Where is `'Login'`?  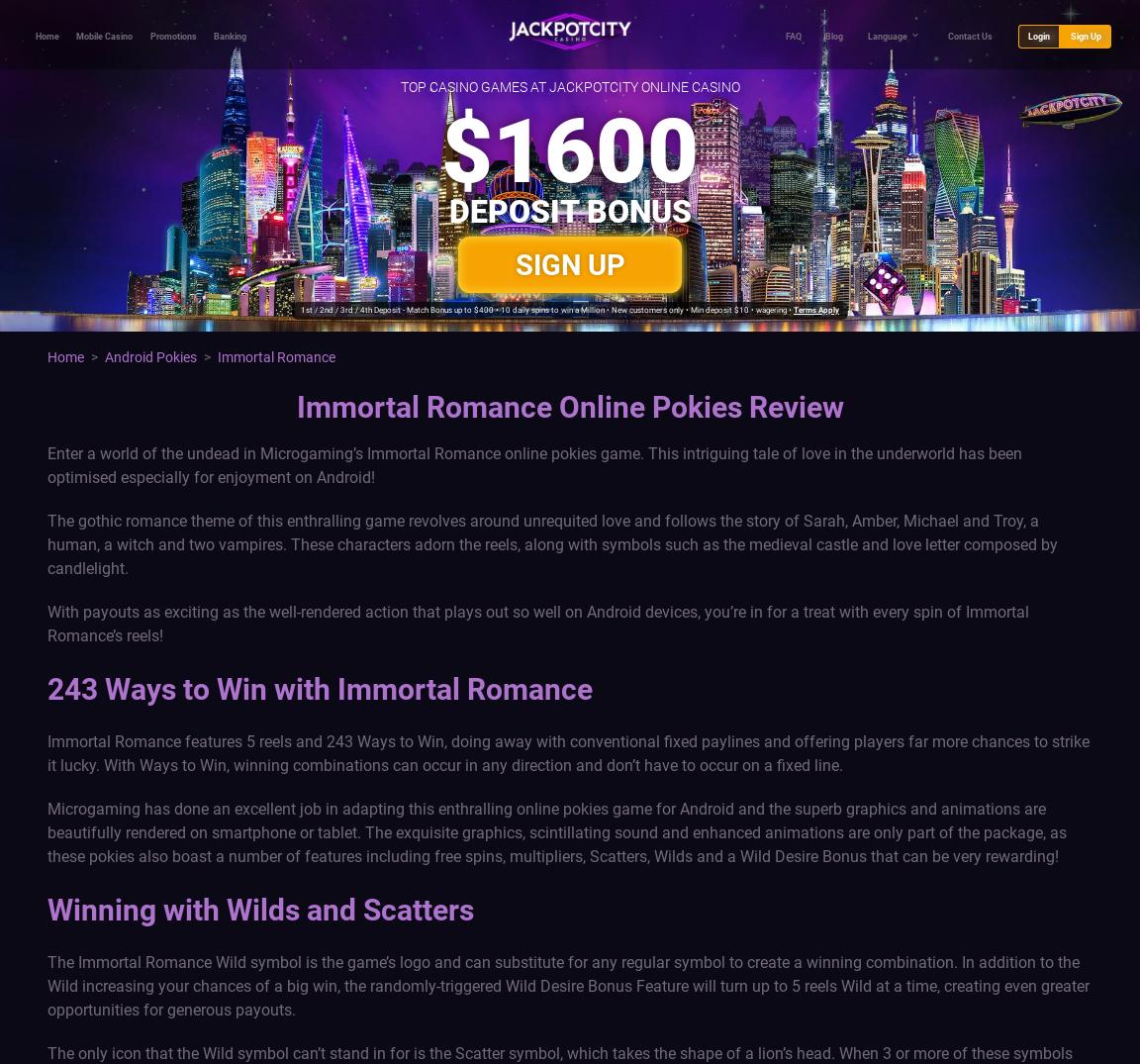 'Login' is located at coordinates (1039, 35).